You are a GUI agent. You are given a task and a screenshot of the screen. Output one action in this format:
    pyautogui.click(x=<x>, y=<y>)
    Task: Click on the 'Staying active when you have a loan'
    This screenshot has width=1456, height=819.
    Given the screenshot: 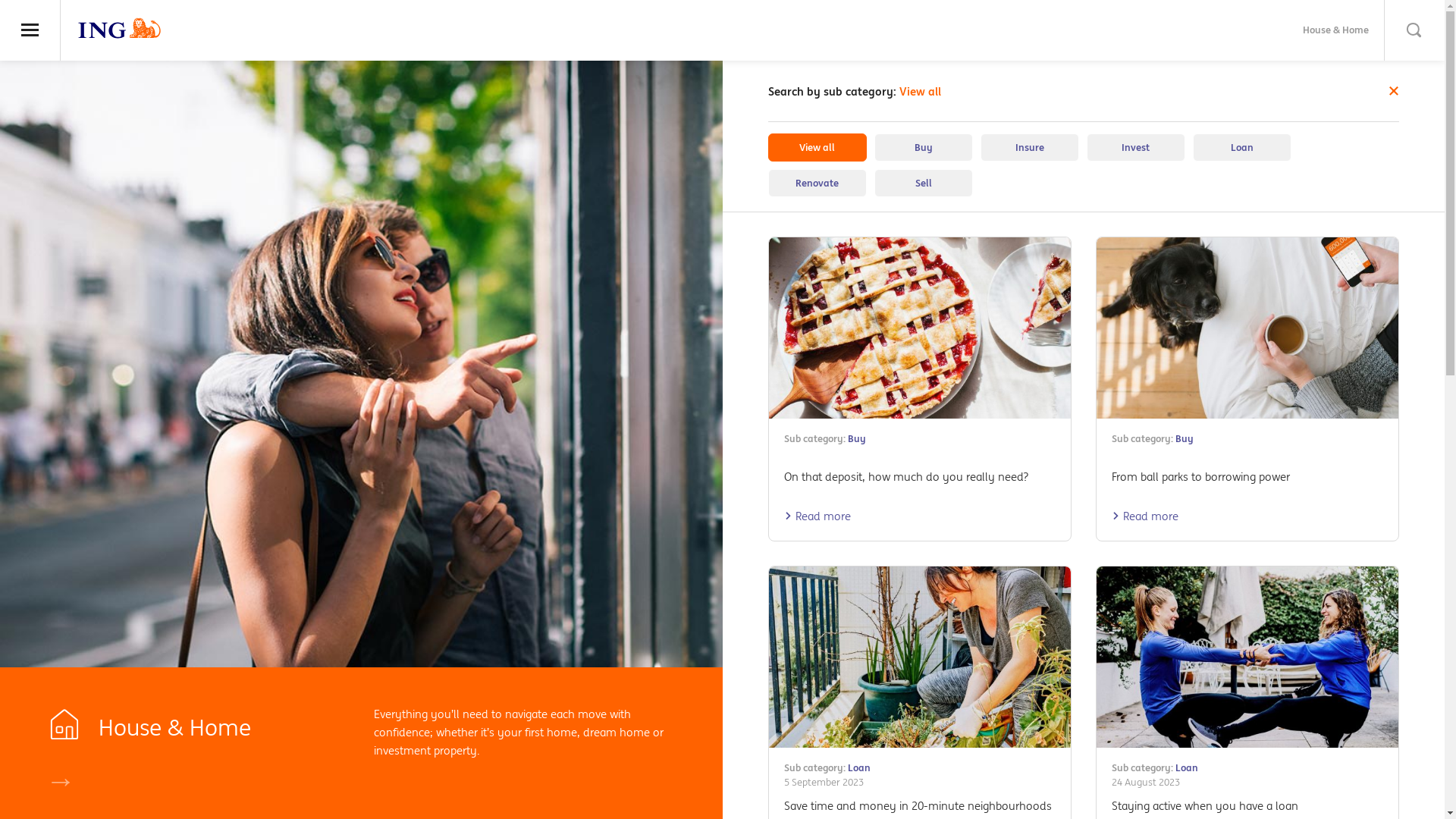 What is the action you would take?
    pyautogui.click(x=1203, y=805)
    